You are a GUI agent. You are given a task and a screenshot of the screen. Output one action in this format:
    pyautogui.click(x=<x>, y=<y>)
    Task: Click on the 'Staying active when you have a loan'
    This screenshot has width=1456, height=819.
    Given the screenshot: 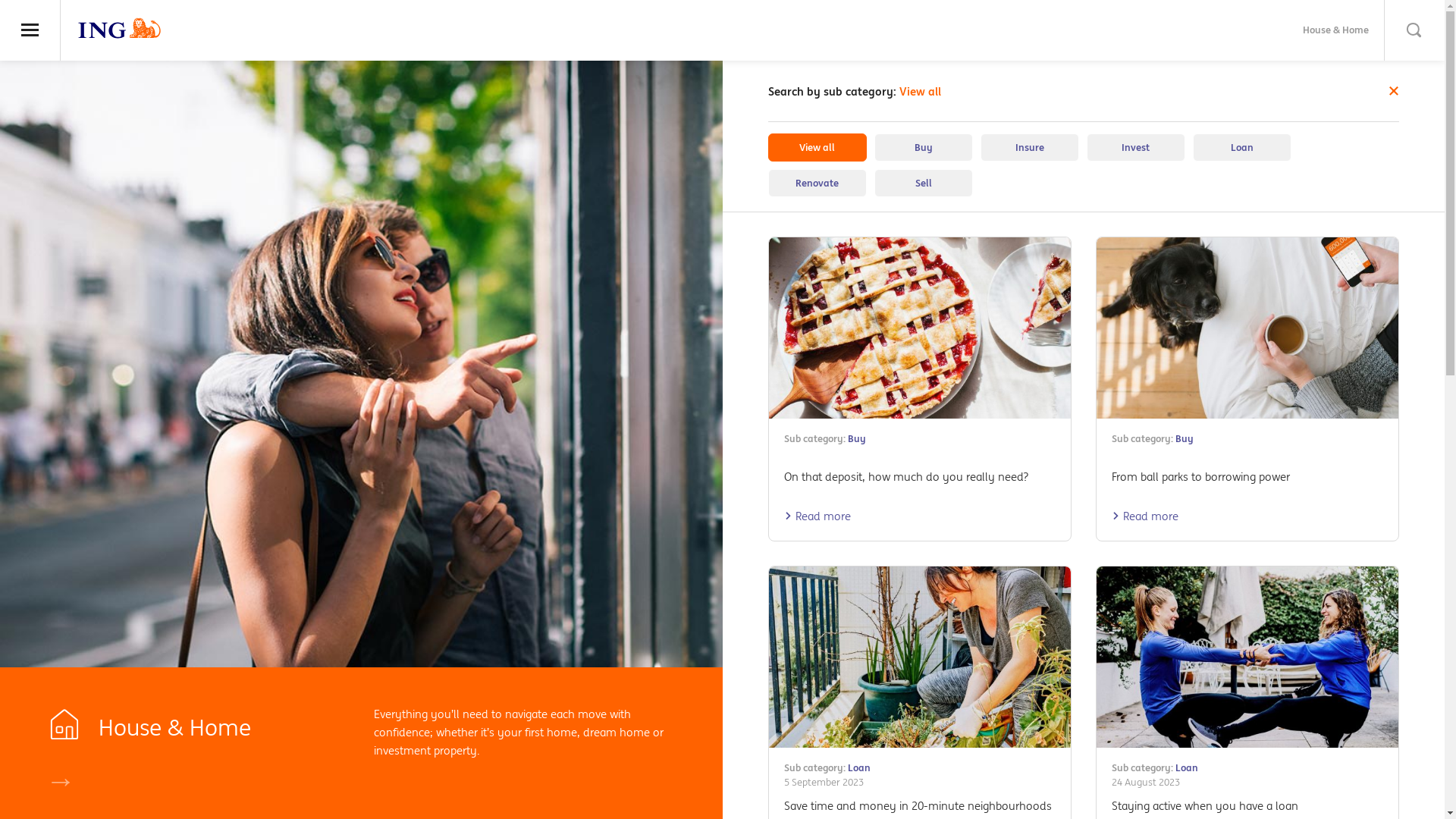 What is the action you would take?
    pyautogui.click(x=1203, y=805)
    